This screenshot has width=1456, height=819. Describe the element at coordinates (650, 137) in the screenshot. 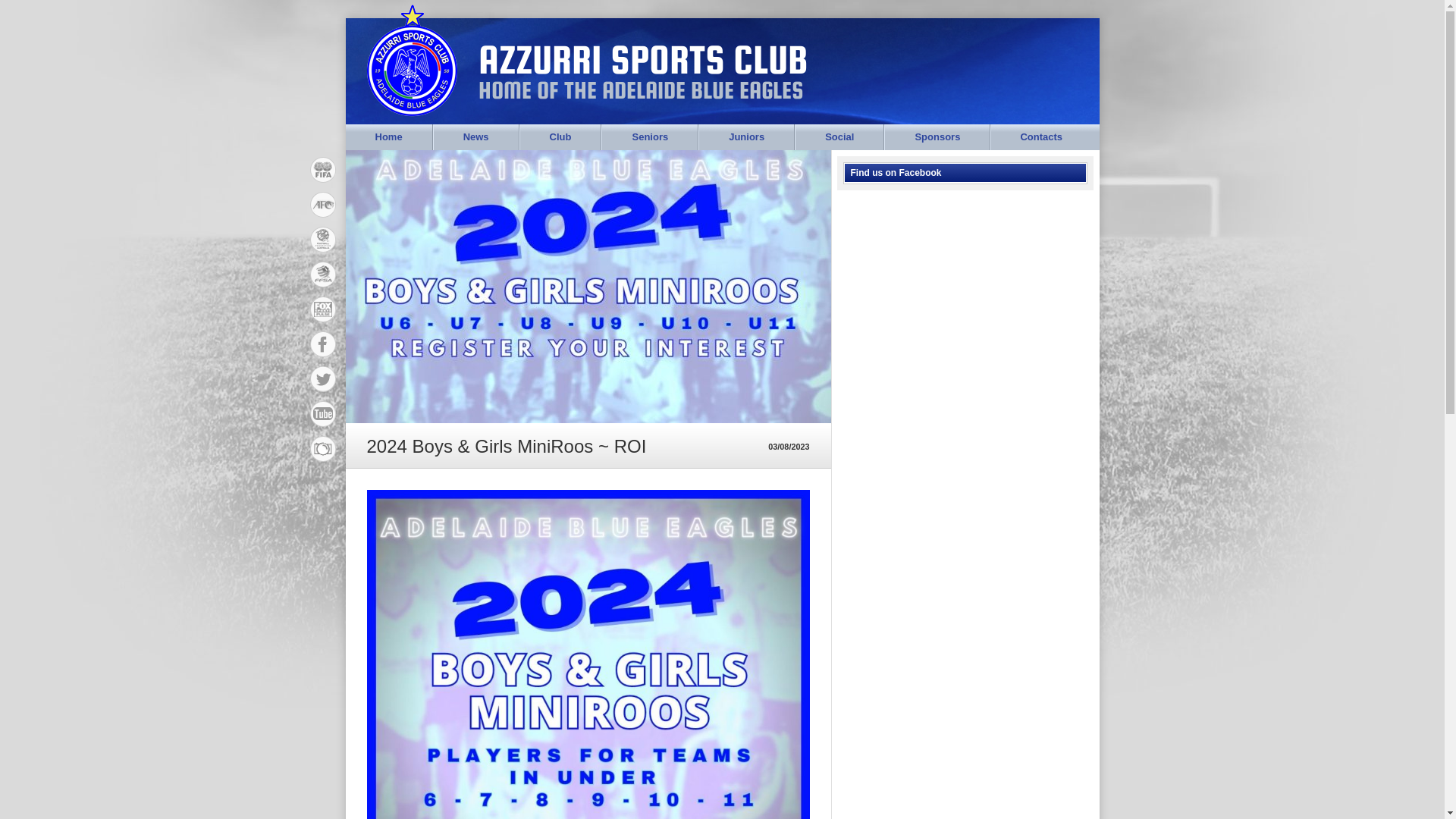

I see `'Seniors'` at that location.